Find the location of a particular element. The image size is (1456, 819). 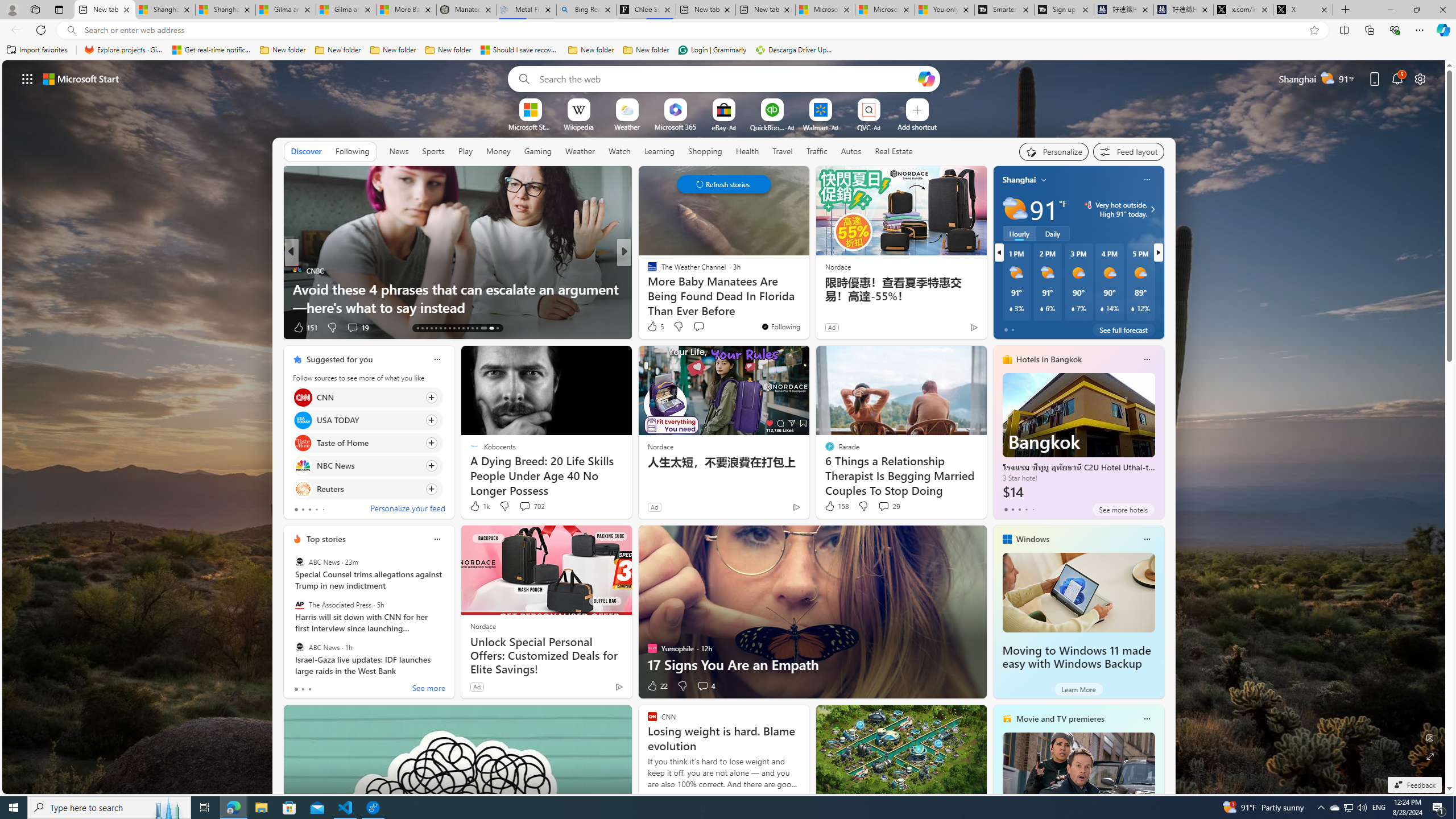

'Health' is located at coordinates (746, 150).